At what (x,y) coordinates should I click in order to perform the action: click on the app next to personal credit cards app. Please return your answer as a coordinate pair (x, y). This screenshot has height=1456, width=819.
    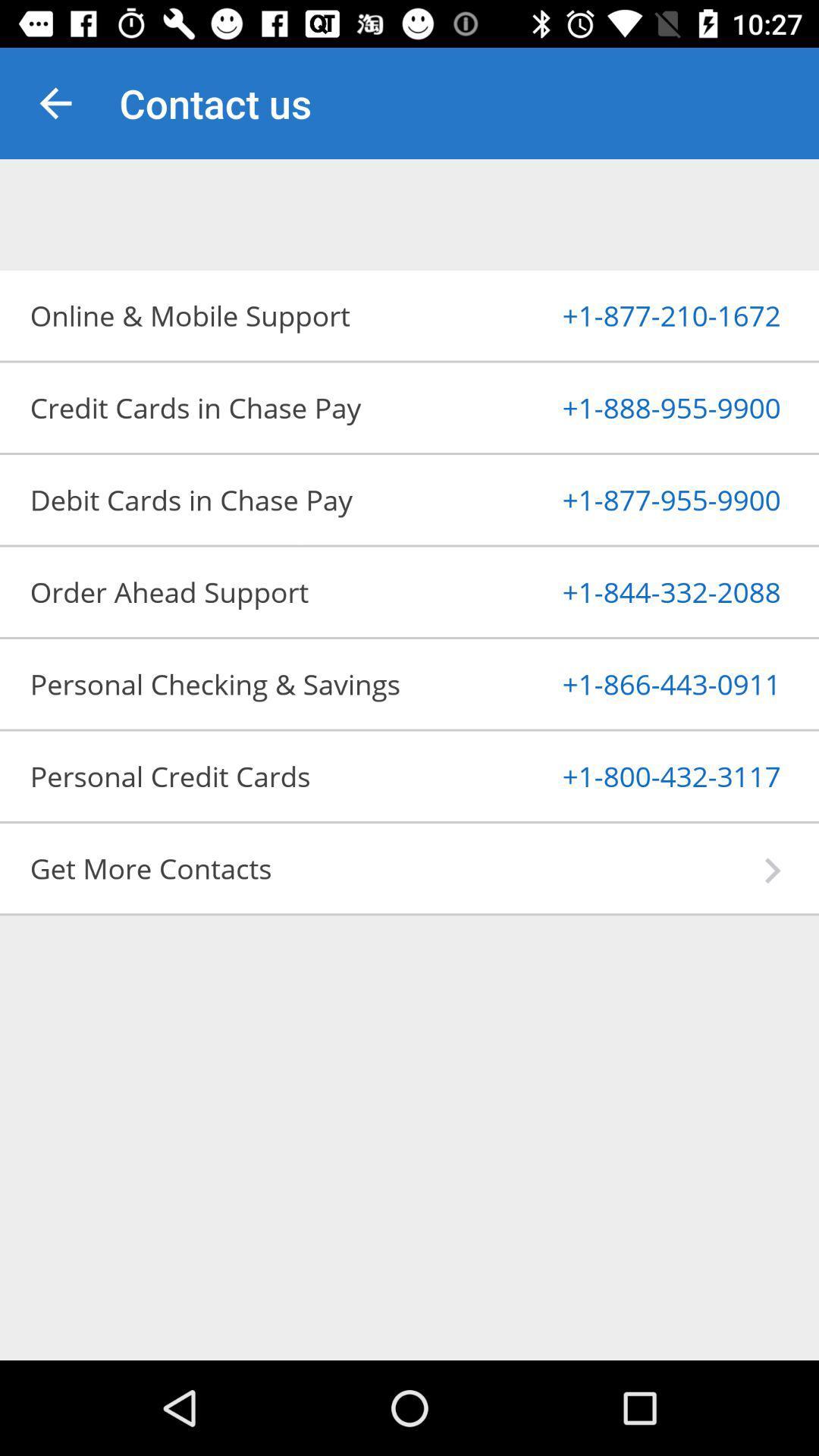
    Looking at the image, I should click on (635, 776).